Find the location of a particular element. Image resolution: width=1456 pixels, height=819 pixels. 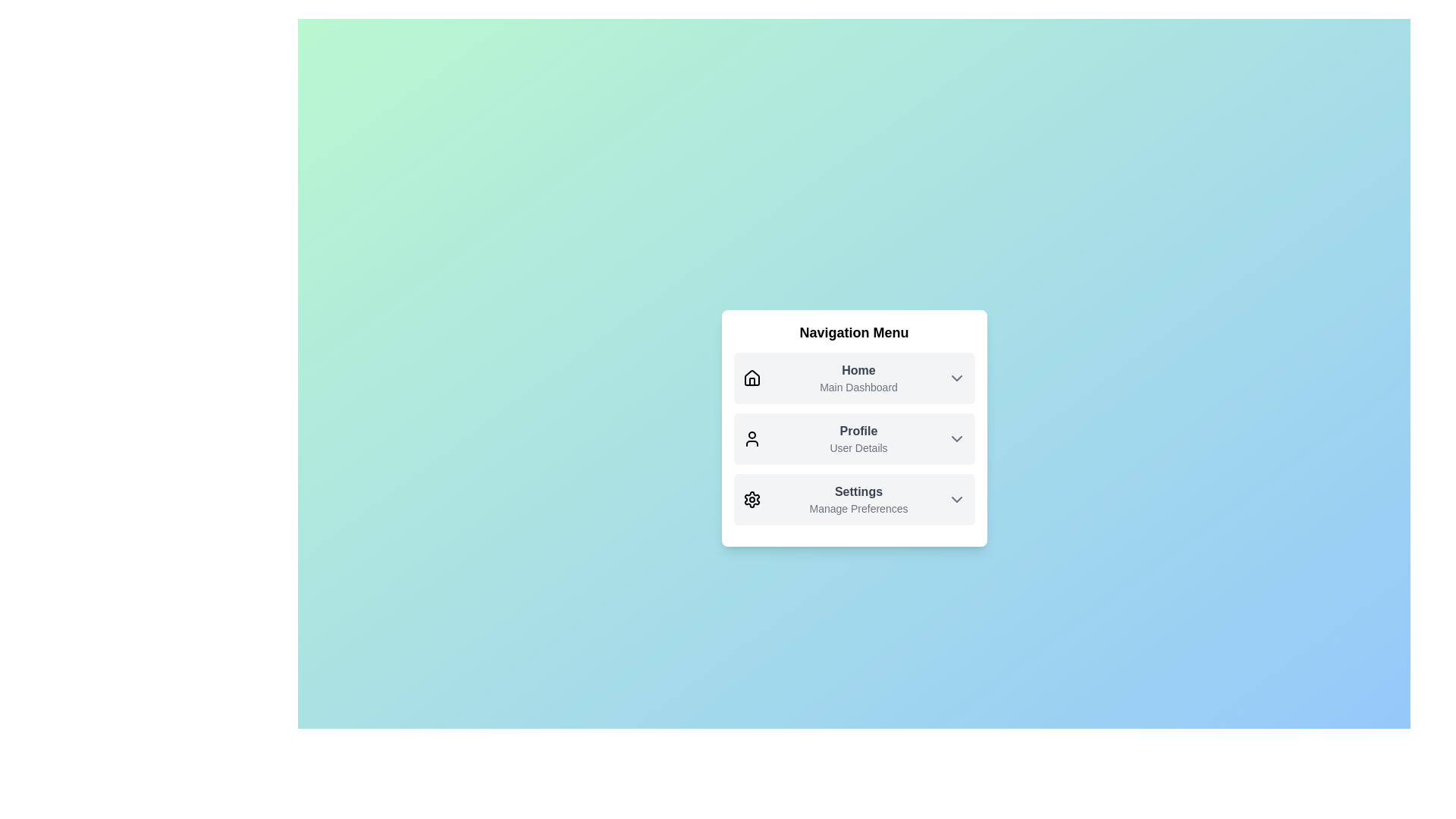

the ChevronDown icon for Home to expand or collapse the dropdown is located at coordinates (955, 377).